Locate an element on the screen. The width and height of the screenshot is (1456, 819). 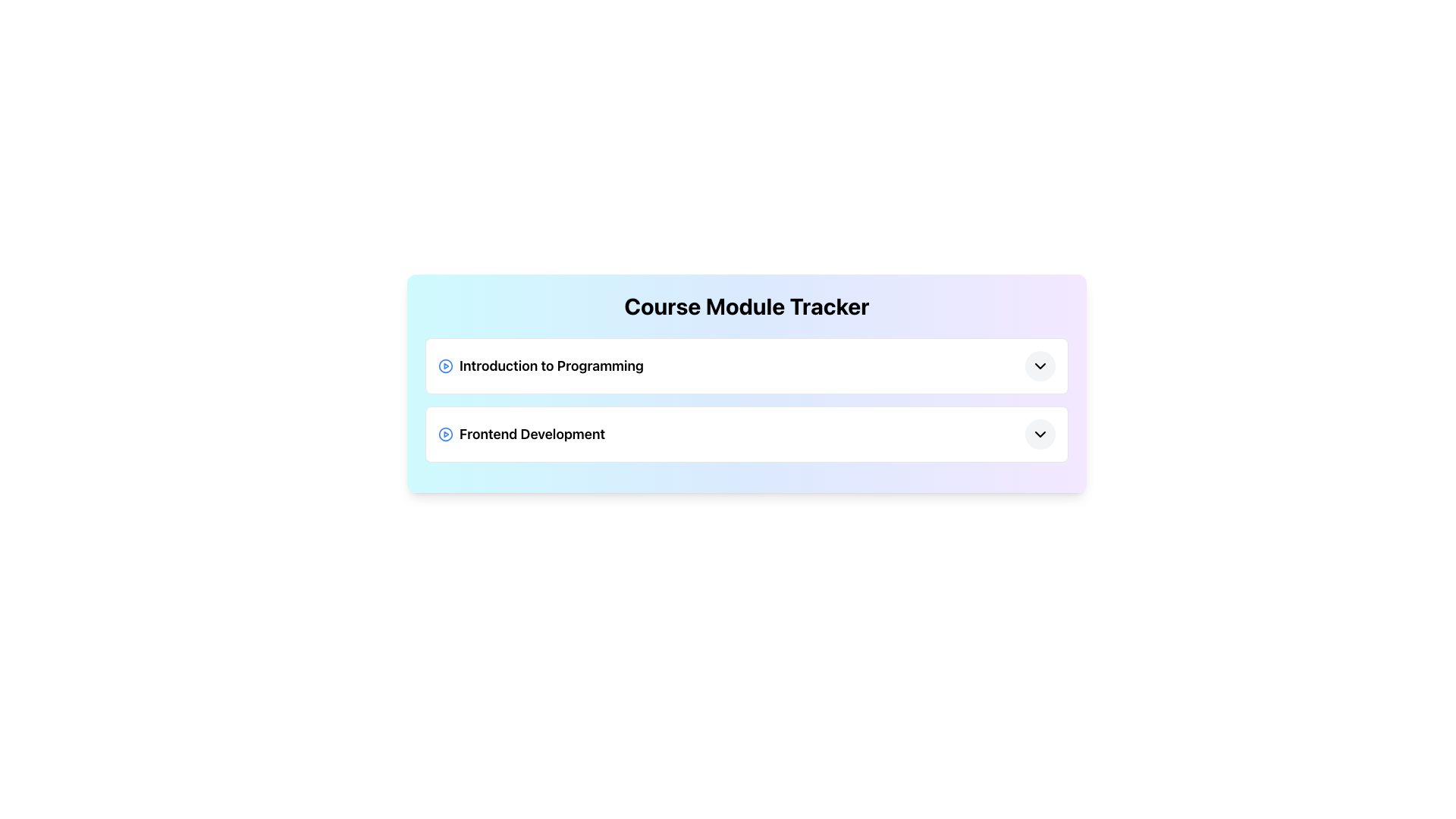
the play button icon located to the left of the text 'Introduction to Programming' is located at coordinates (445, 366).